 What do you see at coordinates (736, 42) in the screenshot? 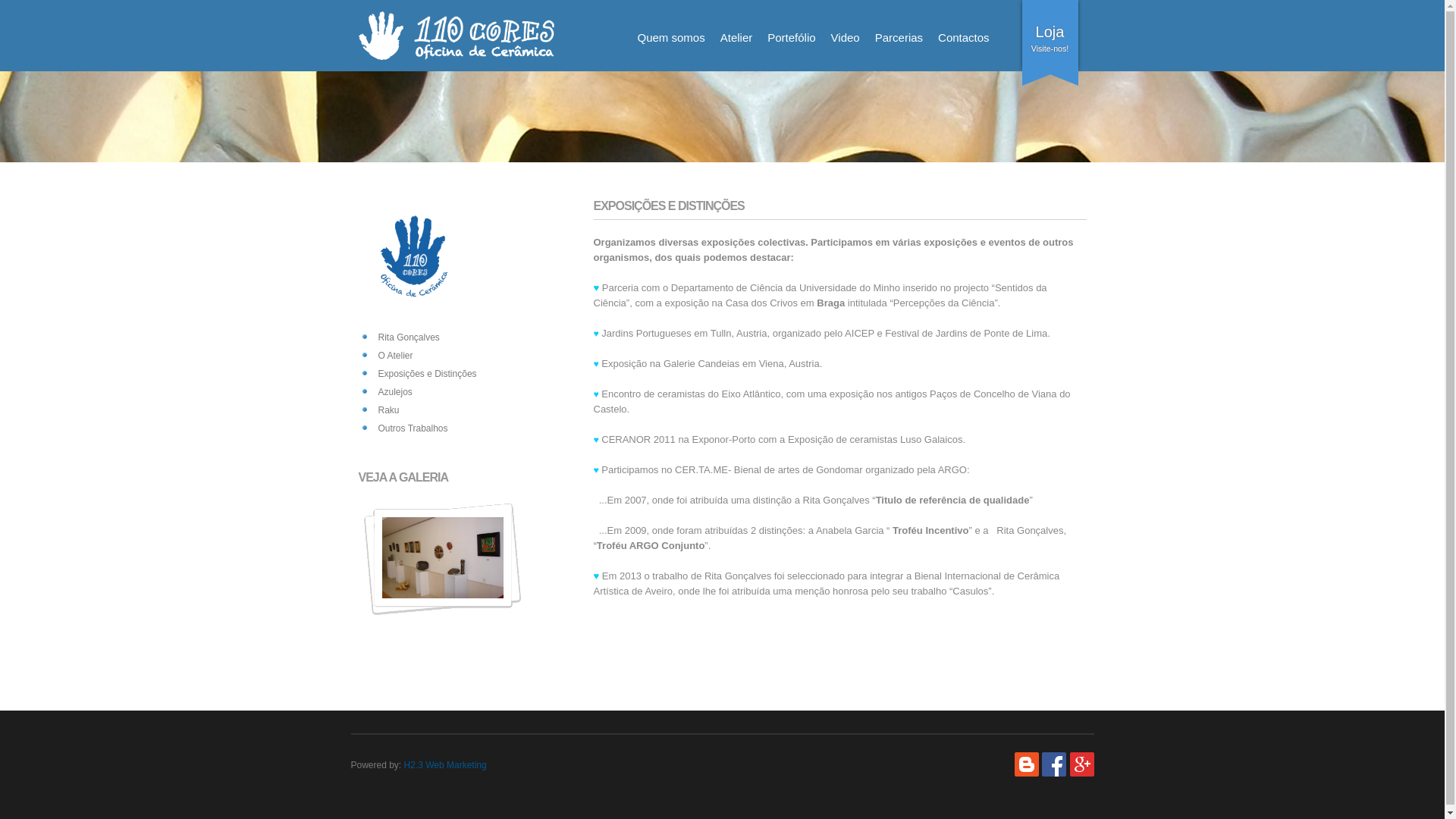
I see `'Atelier'` at bounding box center [736, 42].